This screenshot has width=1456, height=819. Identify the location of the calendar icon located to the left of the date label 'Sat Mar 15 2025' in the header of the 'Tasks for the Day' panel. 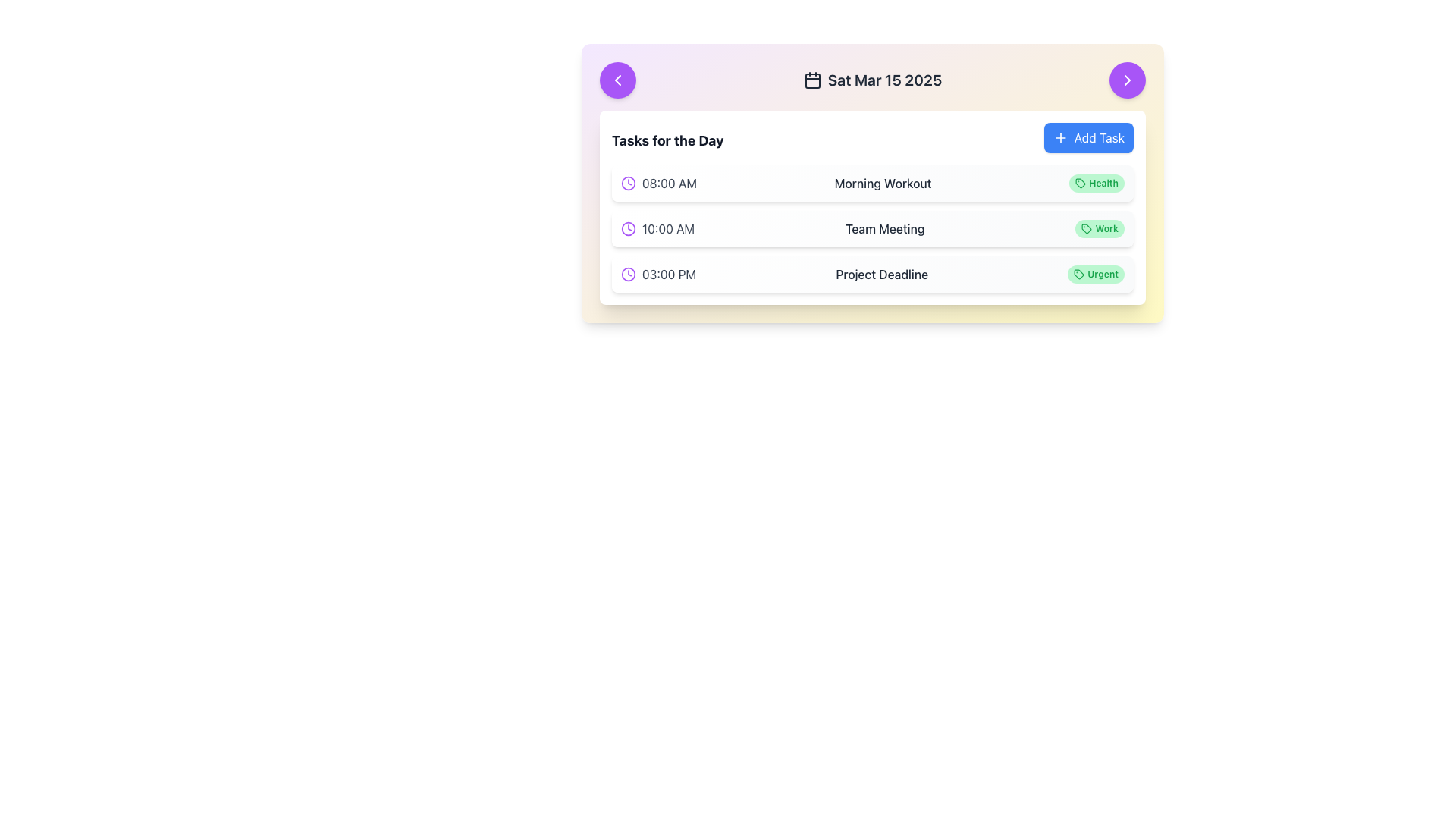
(811, 80).